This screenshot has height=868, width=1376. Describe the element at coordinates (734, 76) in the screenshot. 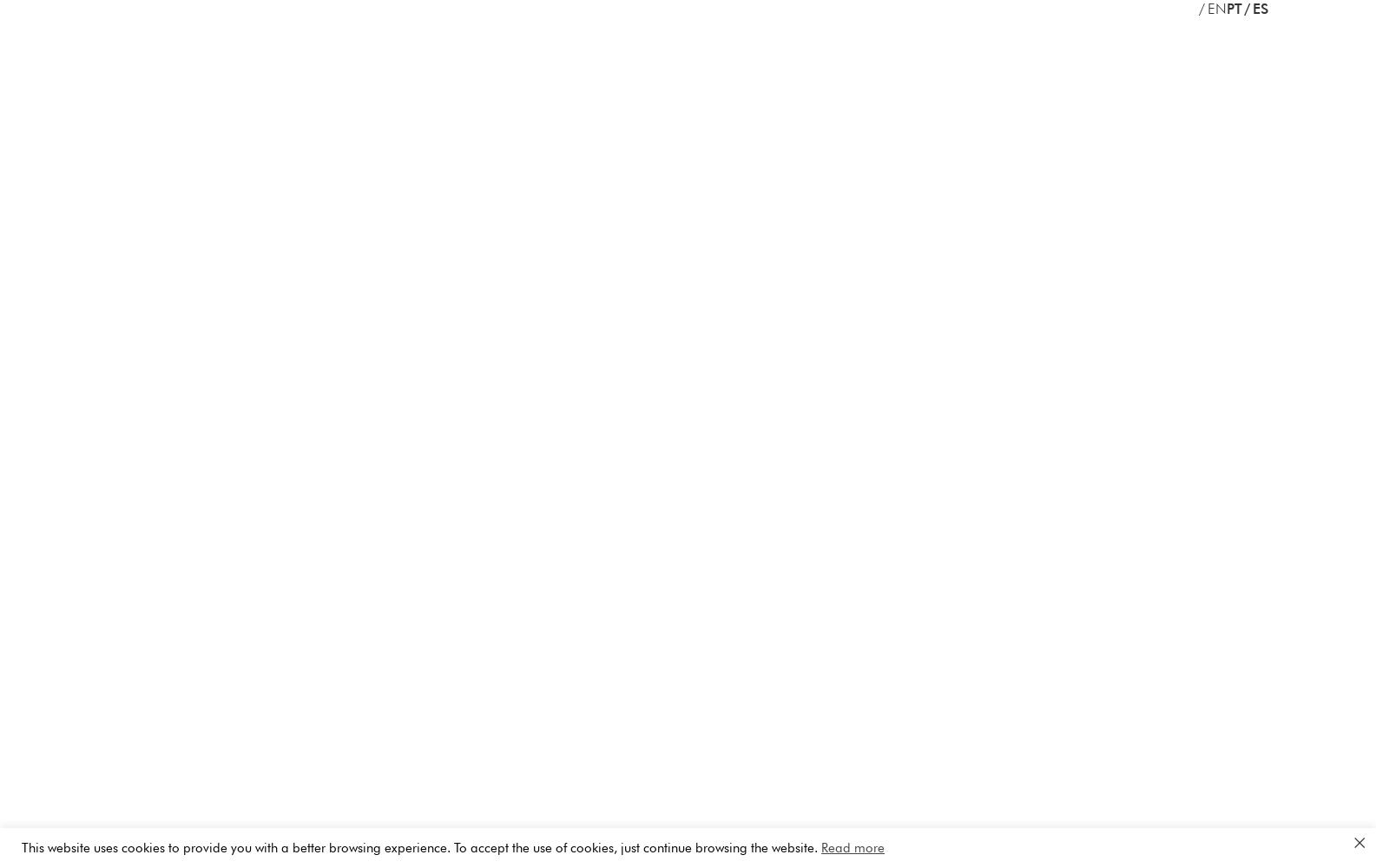

I see `'Password'` at that location.